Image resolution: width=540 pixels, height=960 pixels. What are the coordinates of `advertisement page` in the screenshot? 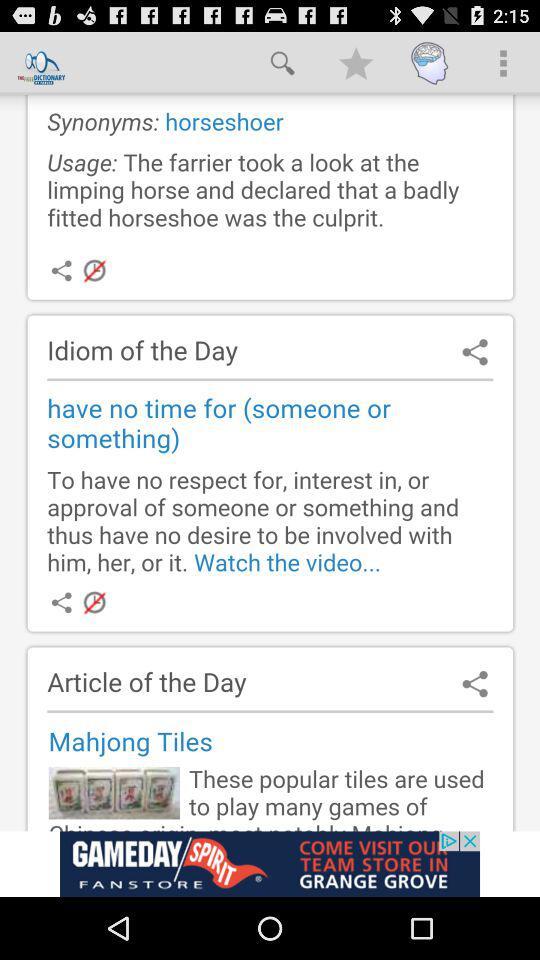 It's located at (270, 863).